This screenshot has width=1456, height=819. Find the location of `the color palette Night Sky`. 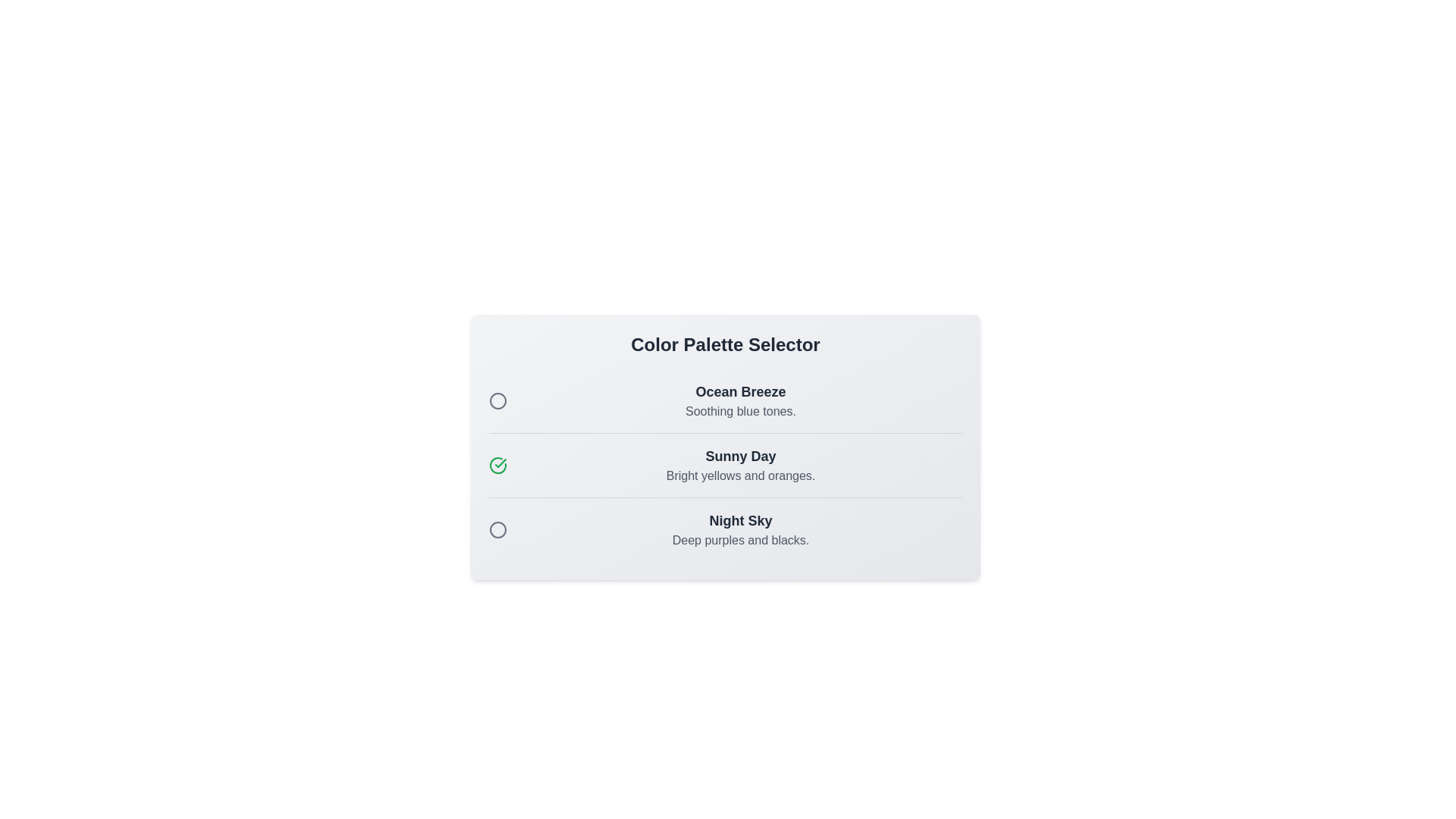

the color palette Night Sky is located at coordinates (498, 529).